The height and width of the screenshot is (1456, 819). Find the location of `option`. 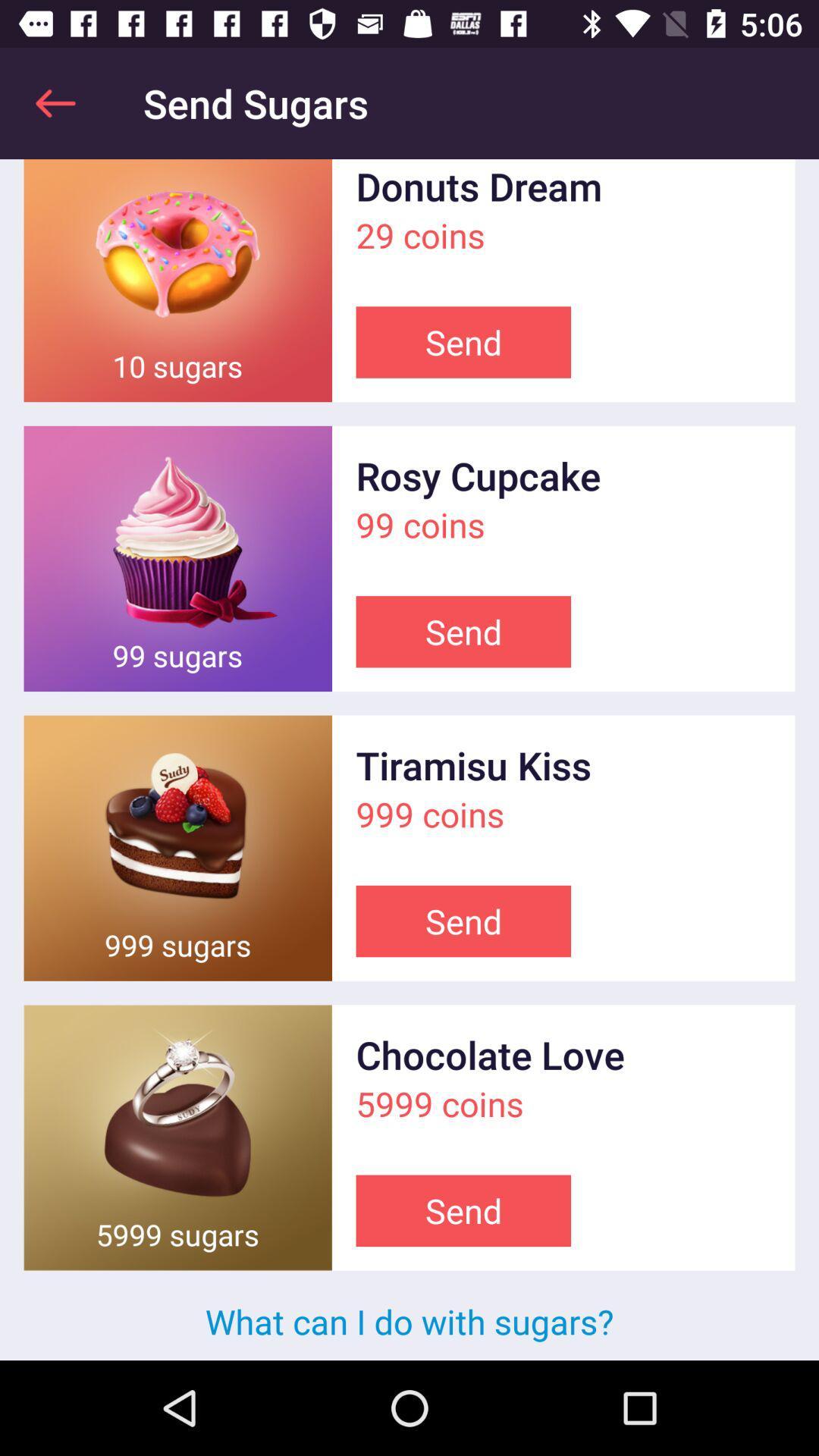

option is located at coordinates (177, 847).